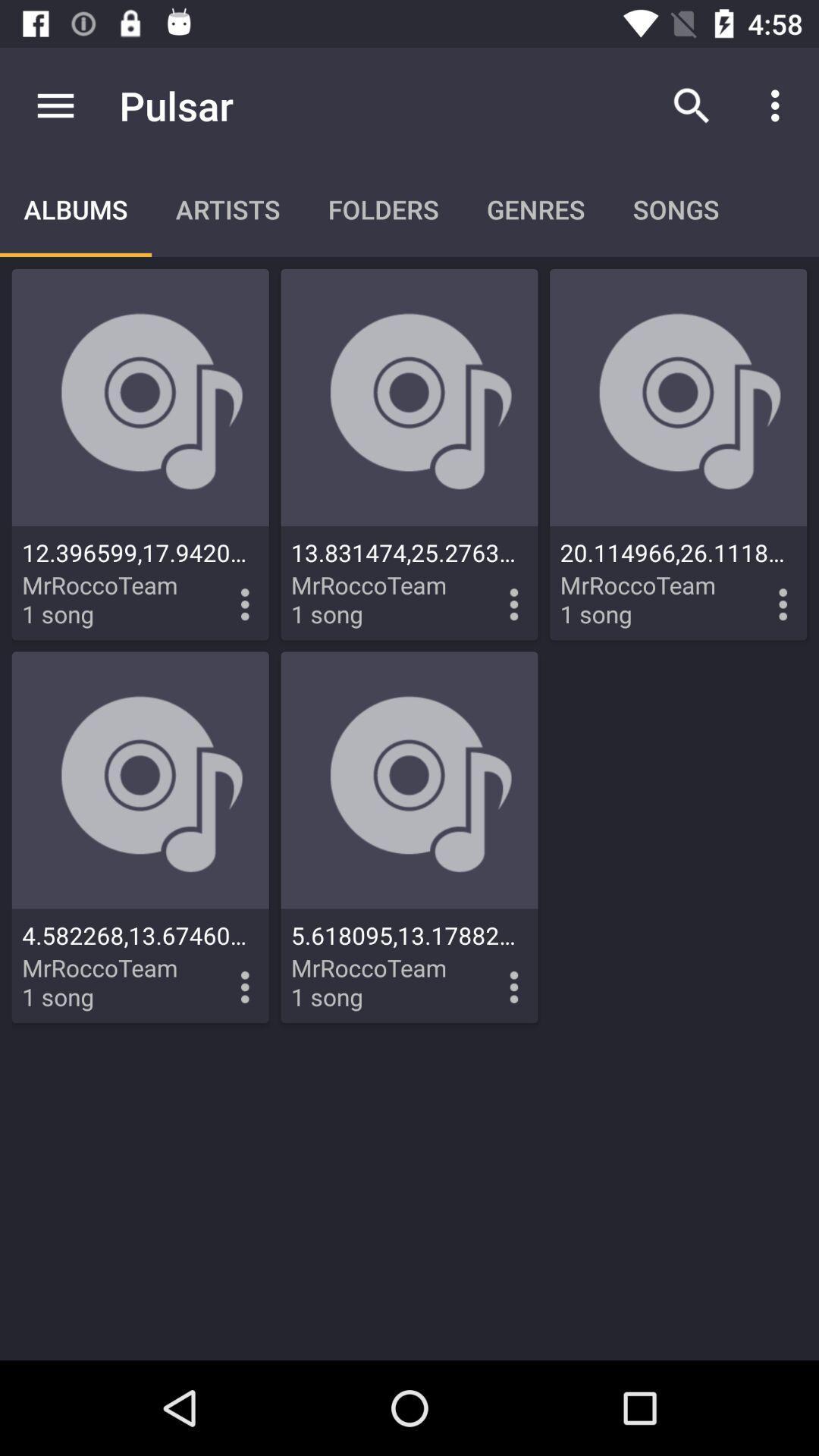 This screenshot has width=819, height=1456. Describe the element at coordinates (691, 105) in the screenshot. I see `the item above the songs item` at that location.